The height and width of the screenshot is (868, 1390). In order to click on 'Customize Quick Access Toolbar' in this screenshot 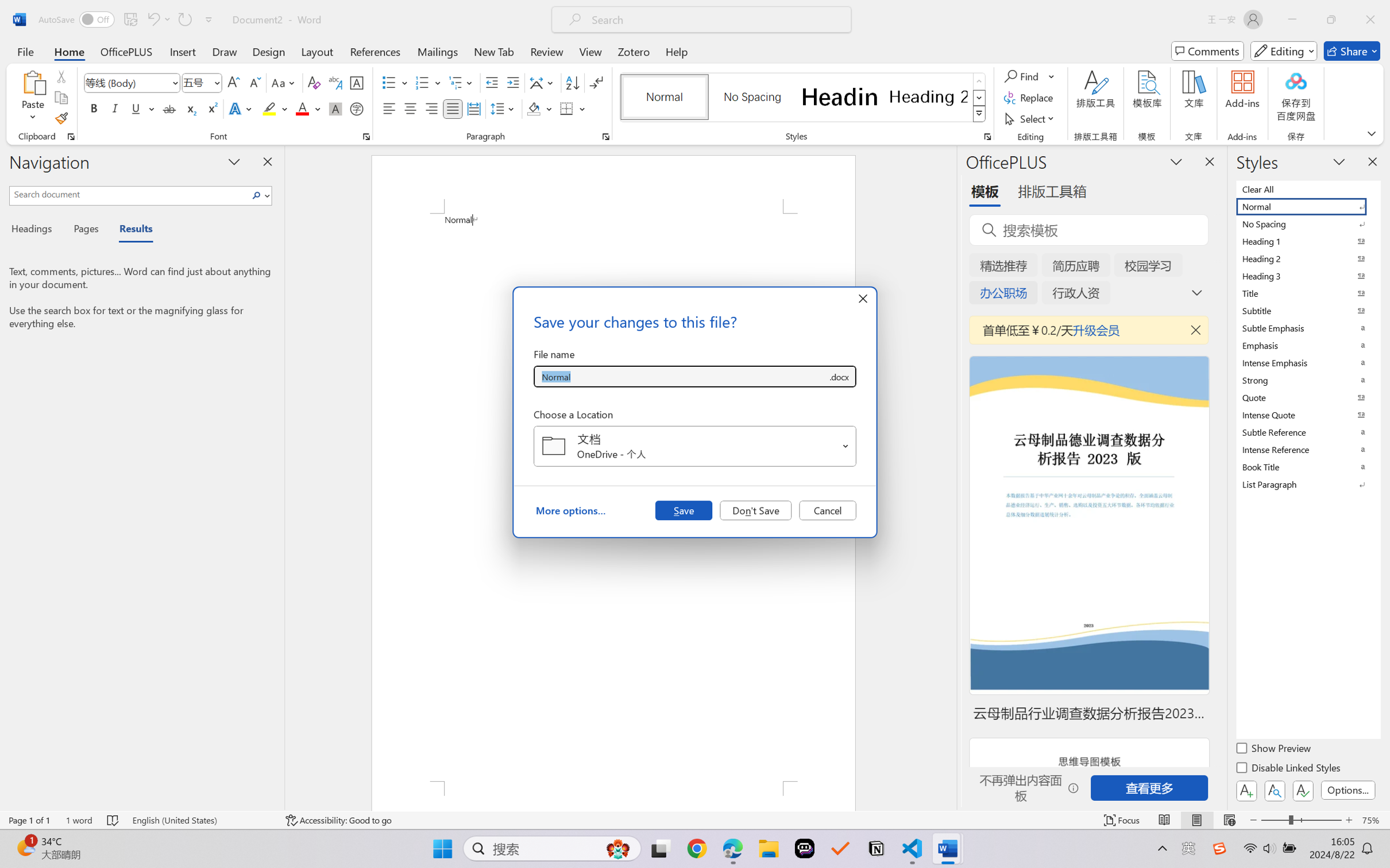, I will do `click(208, 19)`.